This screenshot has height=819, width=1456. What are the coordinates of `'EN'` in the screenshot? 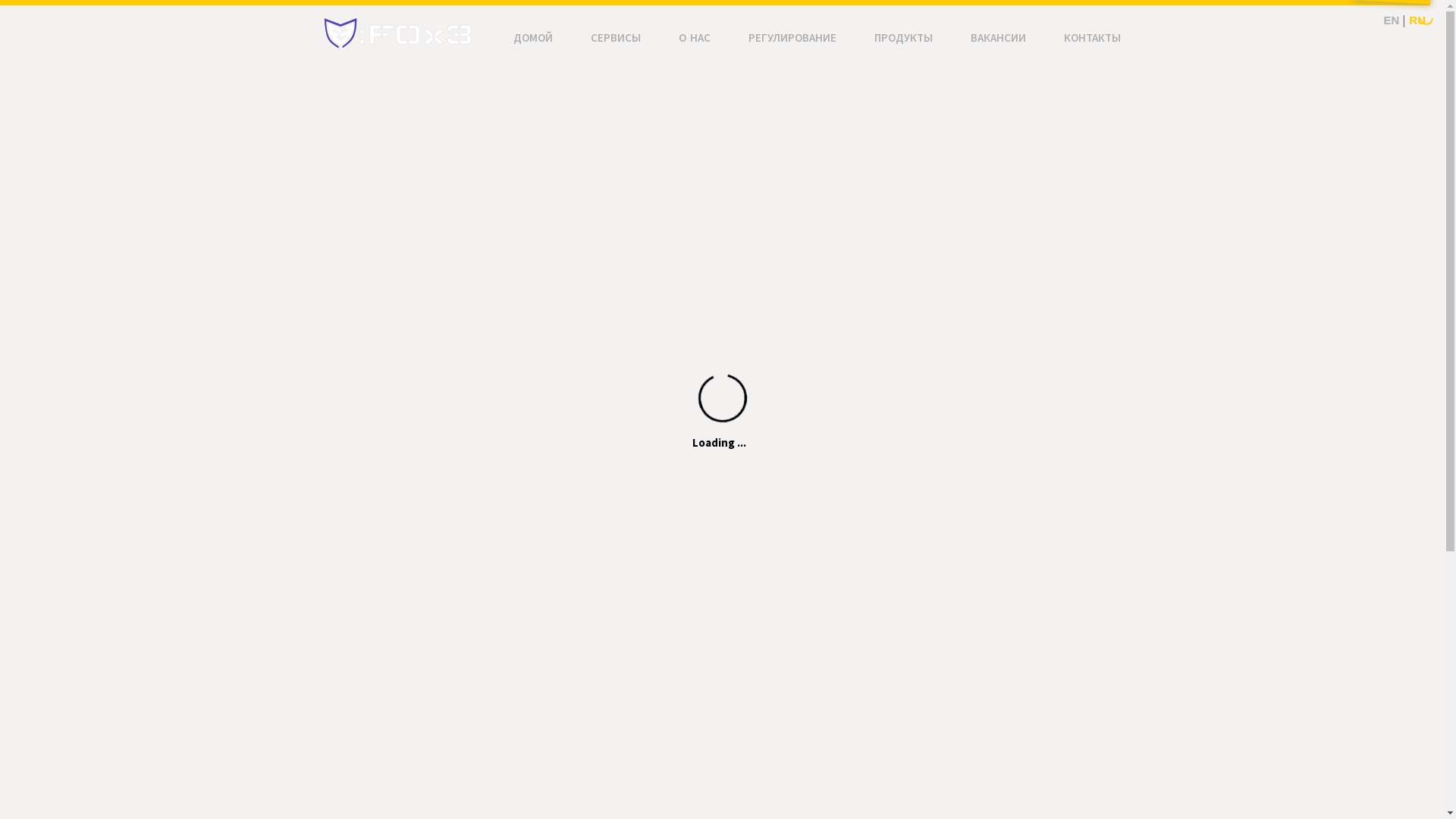 It's located at (1391, 20).